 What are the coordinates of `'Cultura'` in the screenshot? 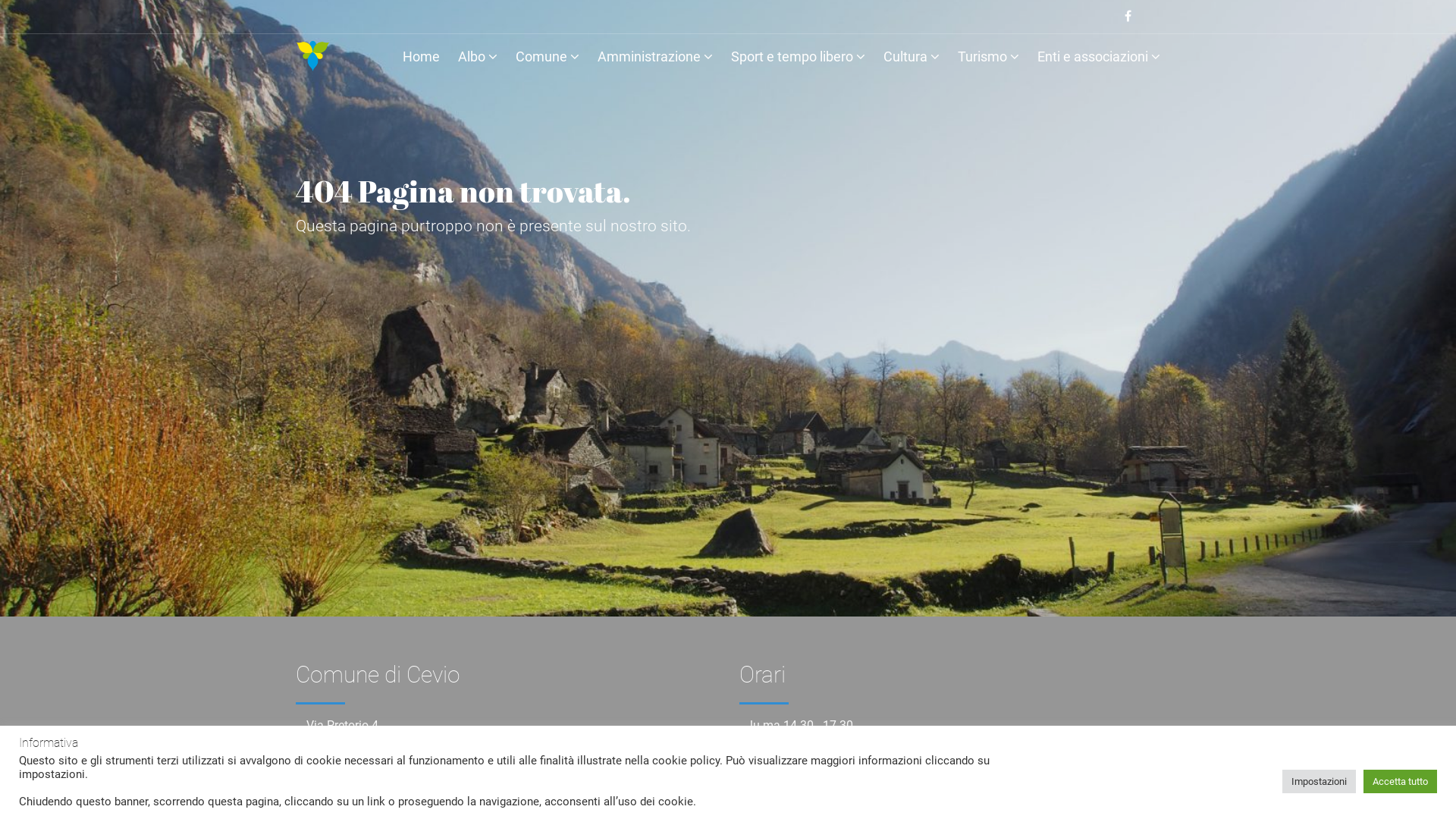 It's located at (910, 58).